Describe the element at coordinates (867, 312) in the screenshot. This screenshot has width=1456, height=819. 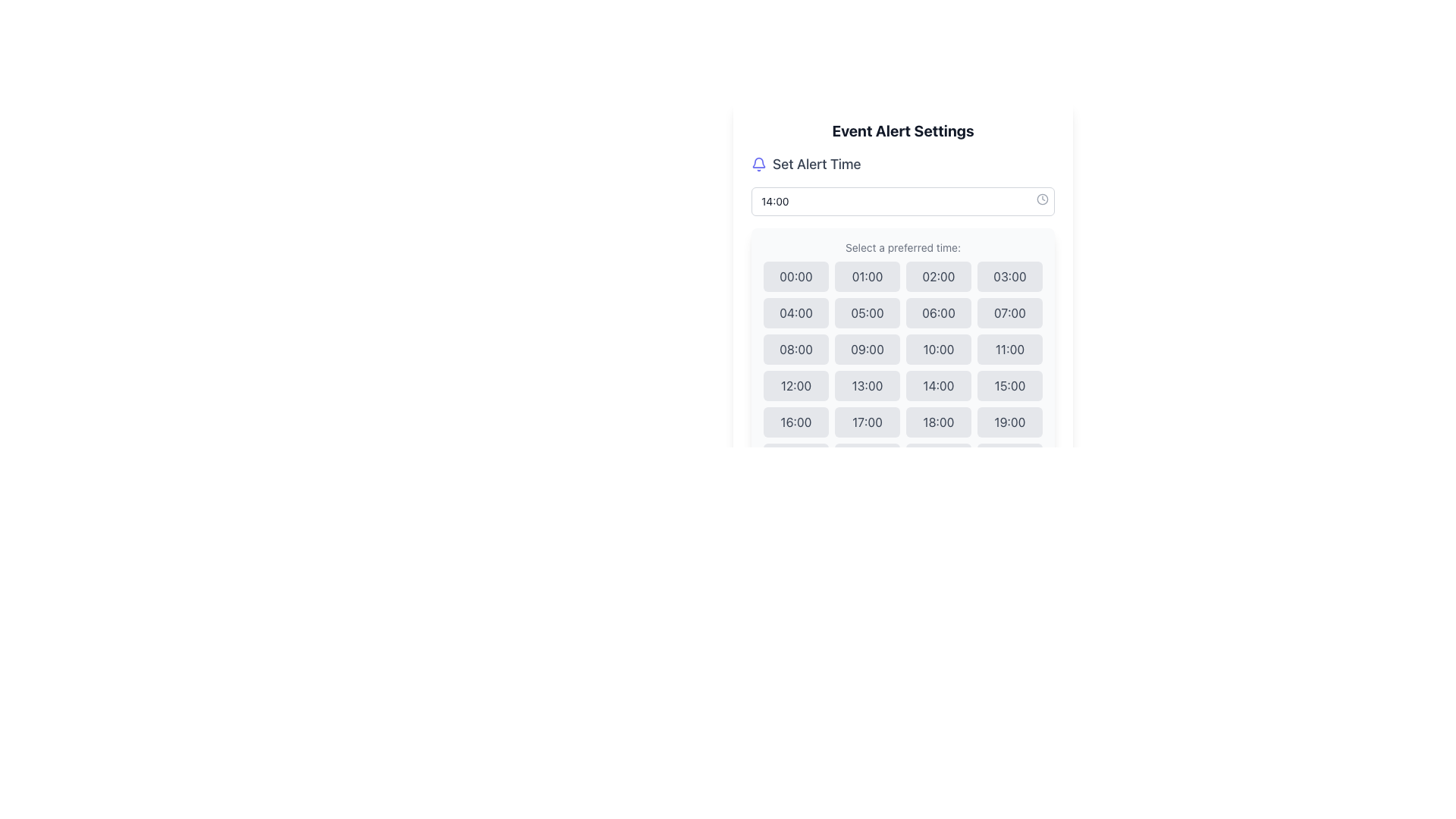
I see `the button labeled '05:00' in the 'Select a preferred time' section to confirm the selected time` at that location.